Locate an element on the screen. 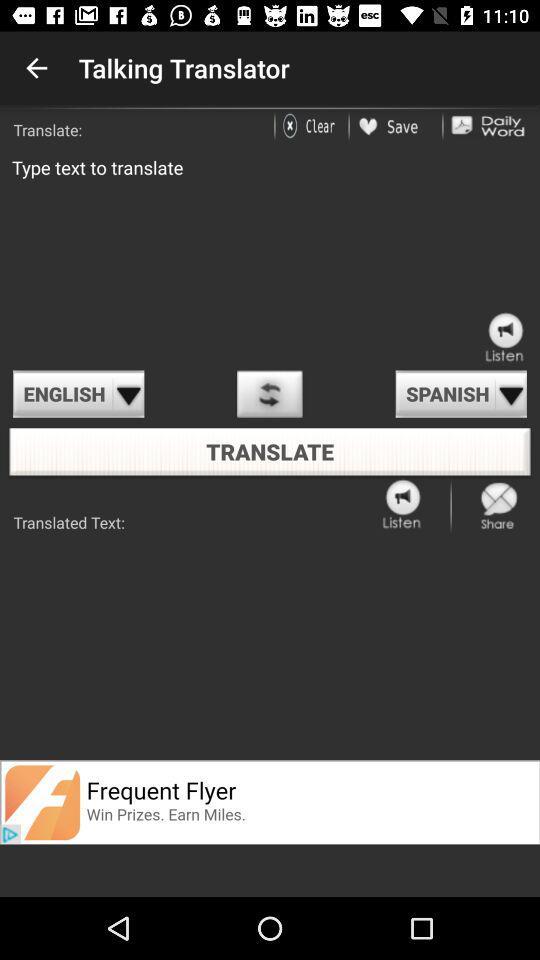  sepkar is located at coordinates (403, 504).